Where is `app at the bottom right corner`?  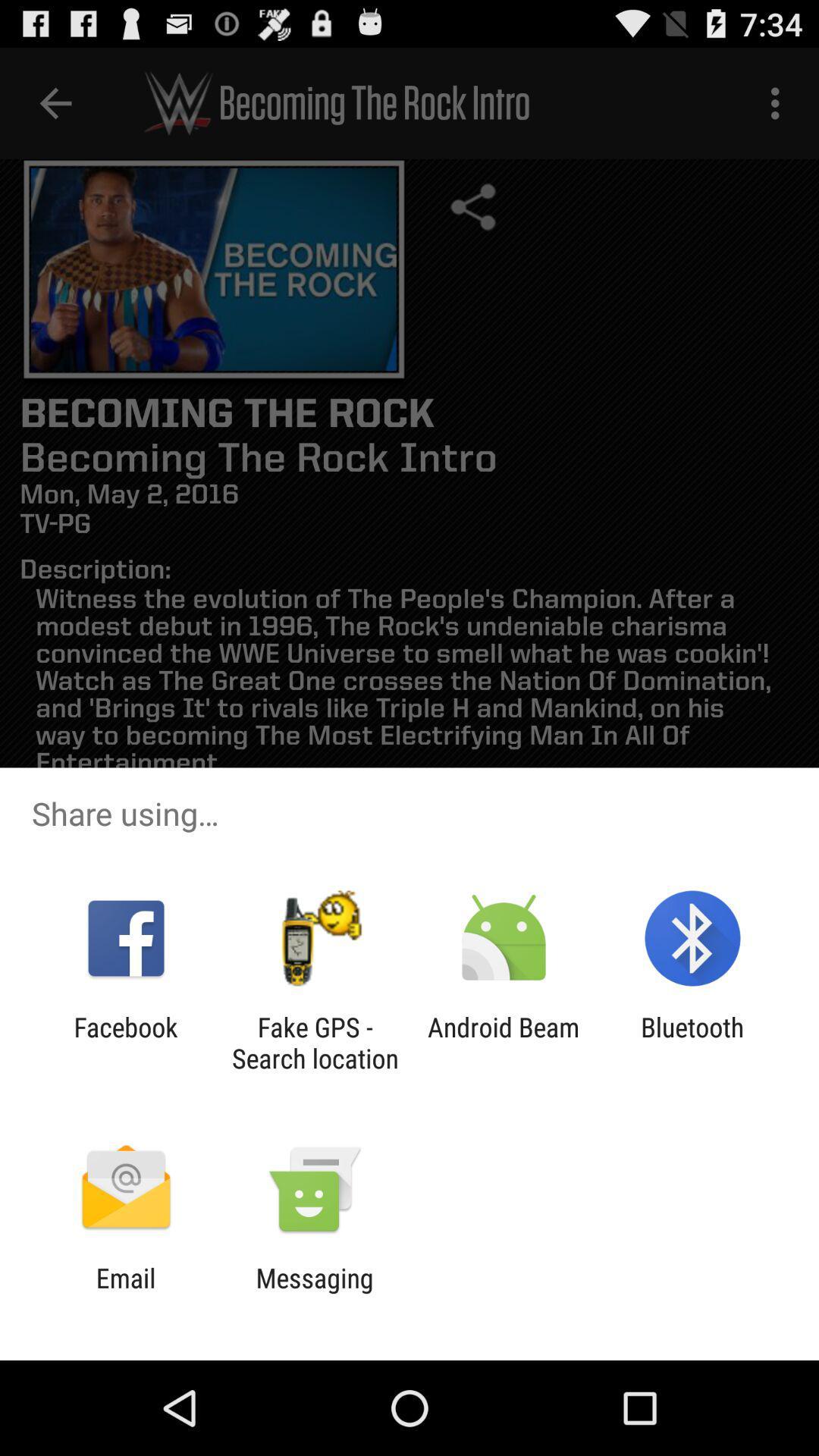
app at the bottom right corner is located at coordinates (692, 1042).